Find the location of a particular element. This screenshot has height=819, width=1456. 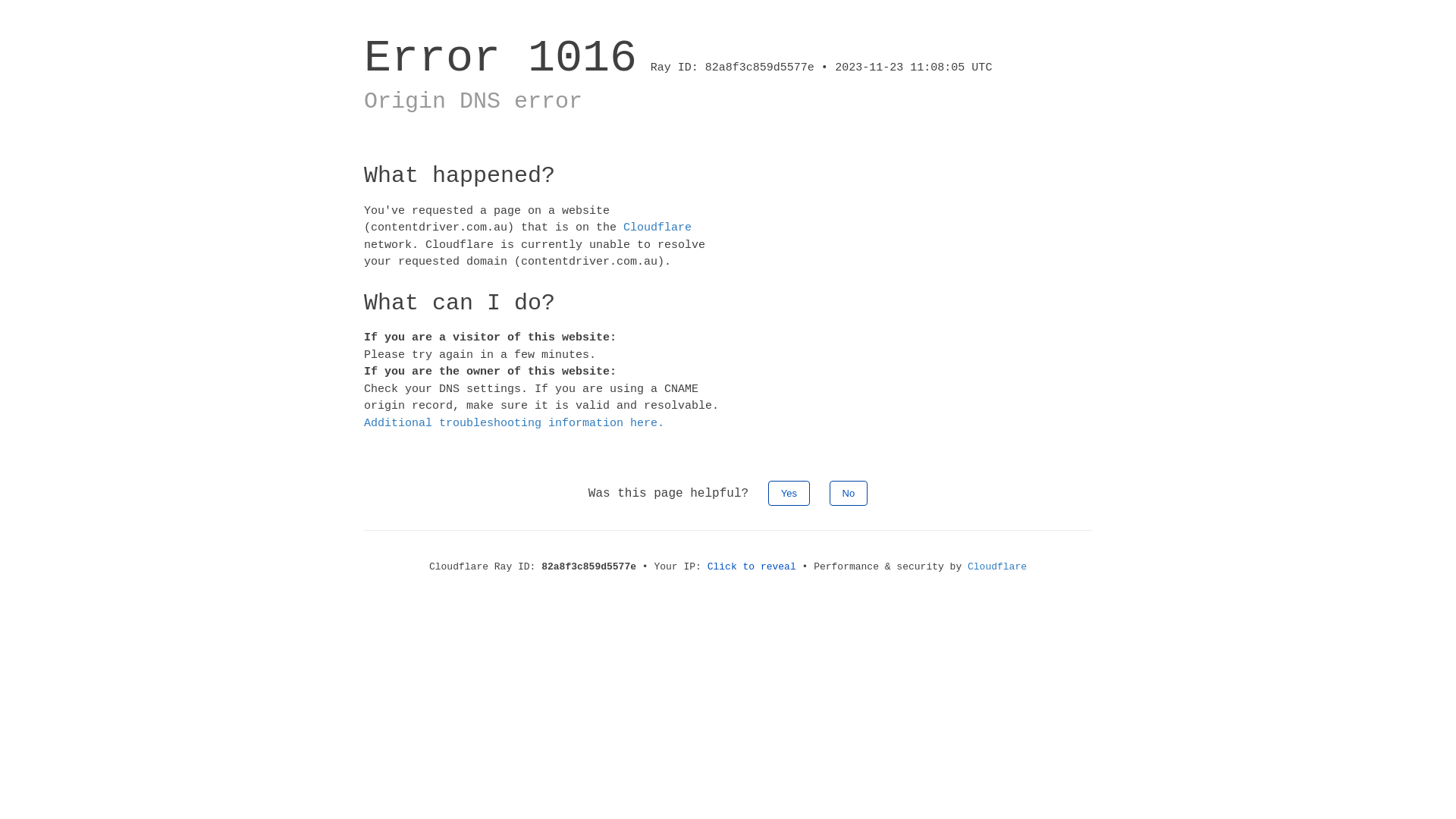

'Additional troubleshooting information here.' is located at coordinates (513, 423).